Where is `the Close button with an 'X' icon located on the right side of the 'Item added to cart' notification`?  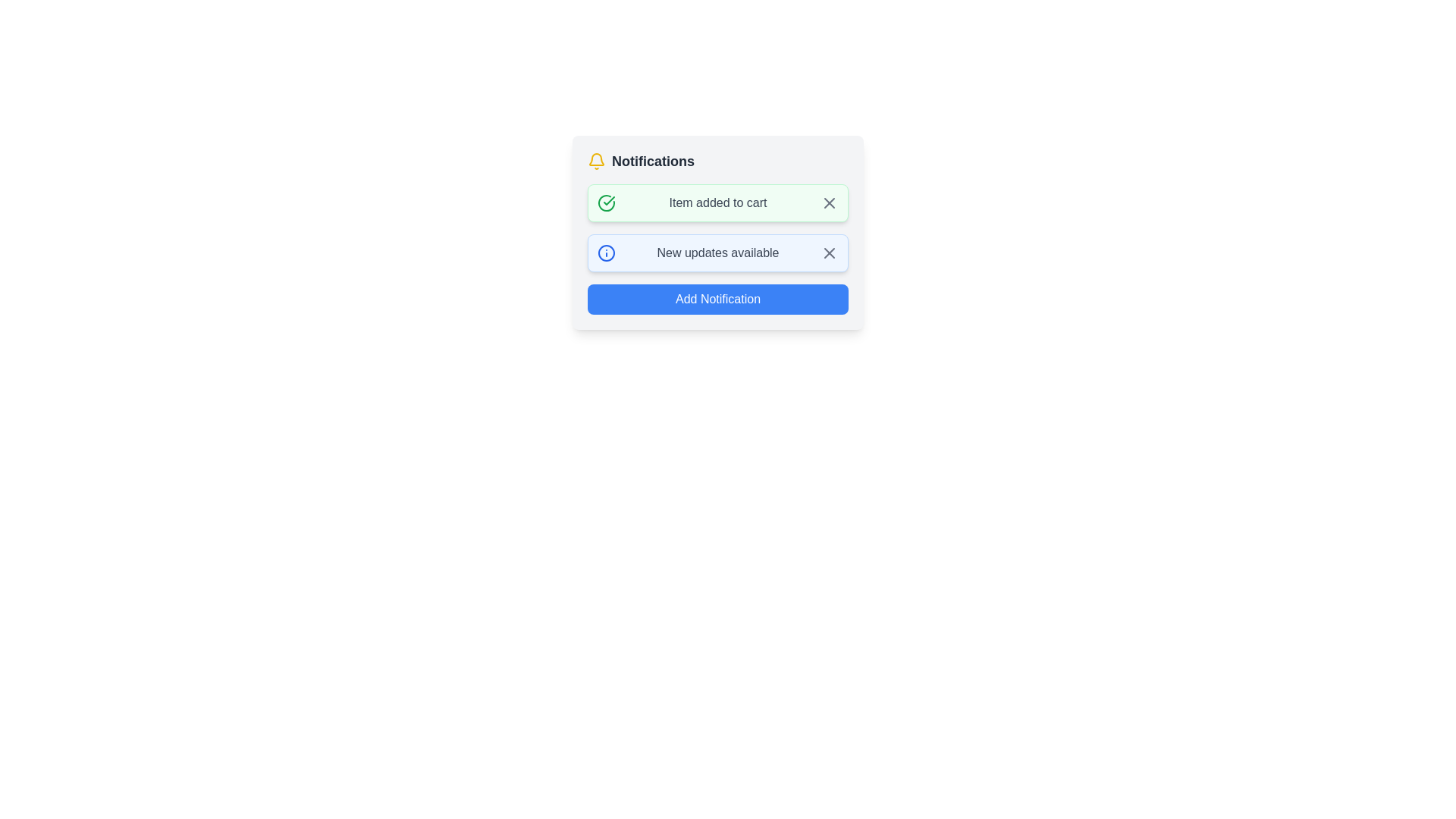 the Close button with an 'X' icon located on the right side of the 'Item added to cart' notification is located at coordinates (829, 202).